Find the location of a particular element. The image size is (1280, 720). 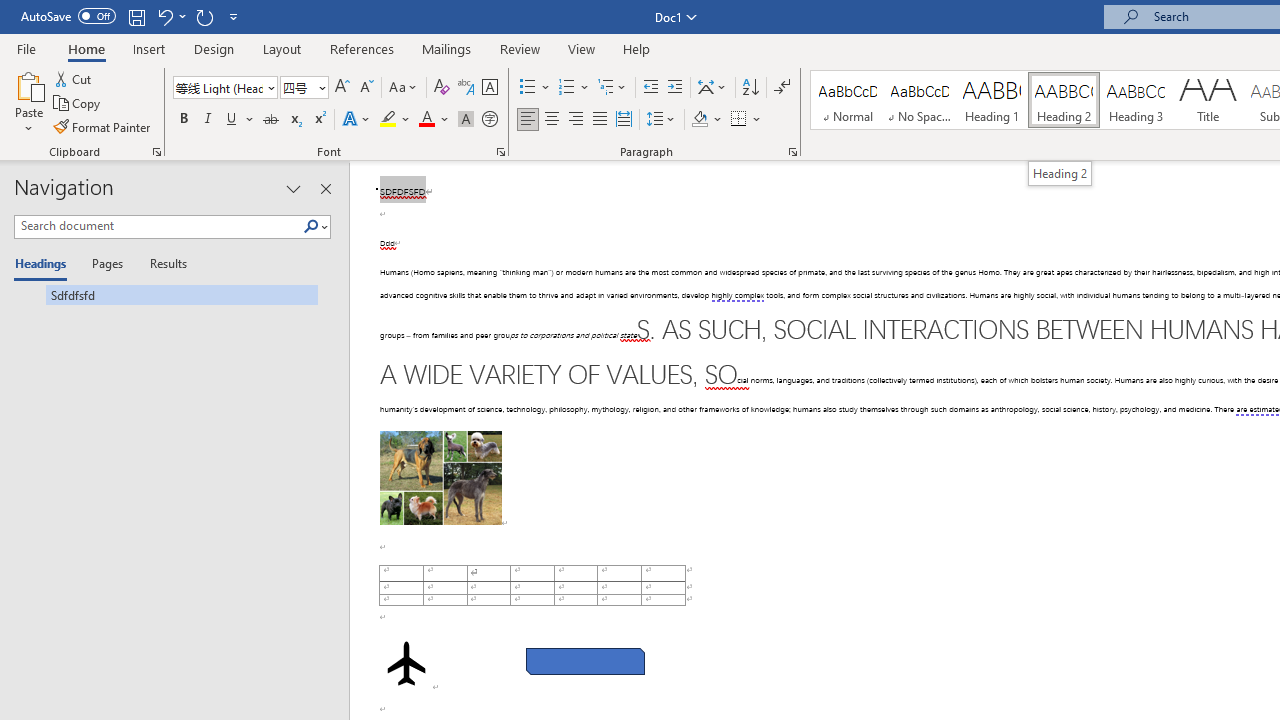

'Pages' is located at coordinates (104, 264).